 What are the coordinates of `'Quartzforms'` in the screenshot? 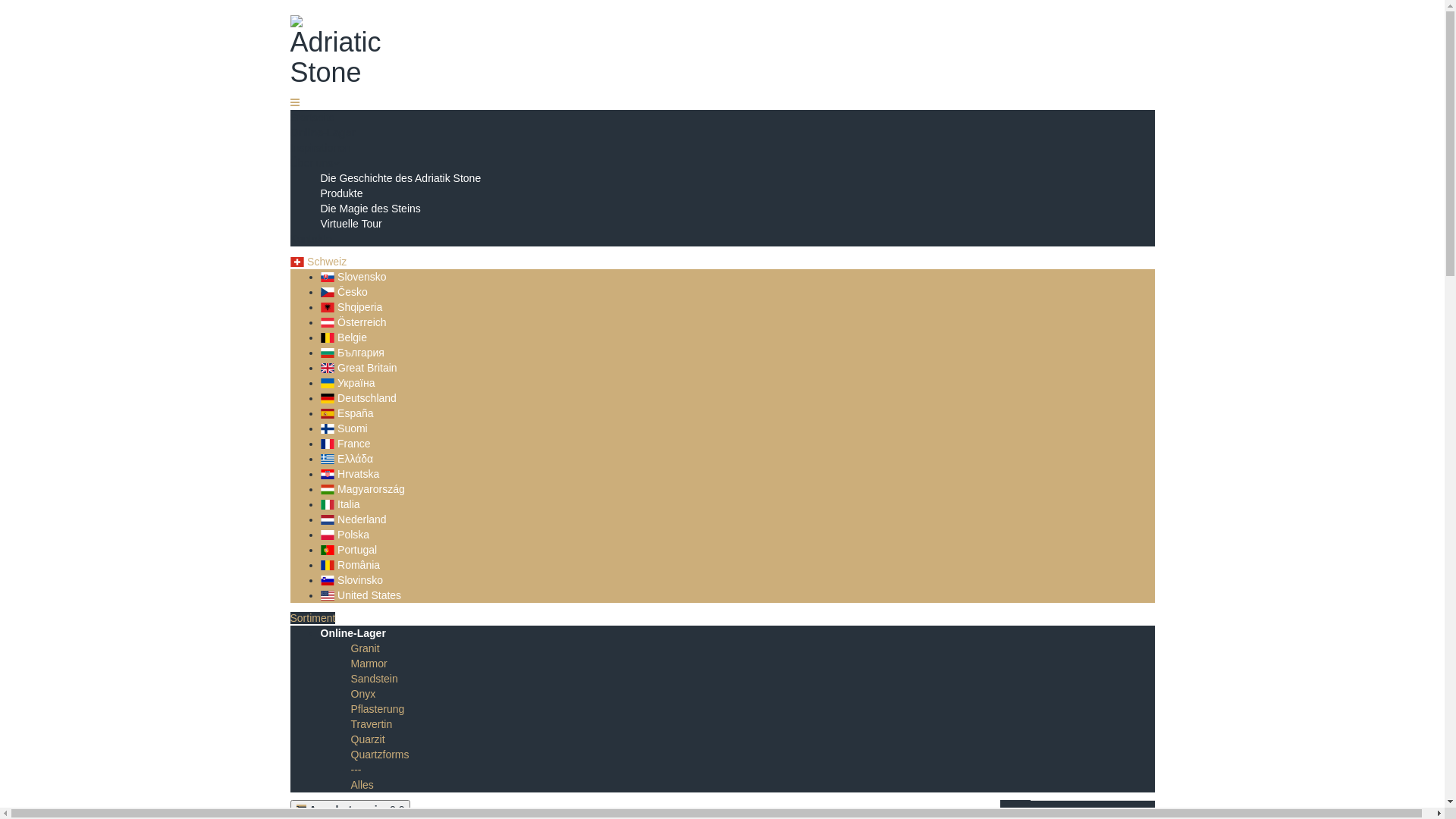 It's located at (379, 755).